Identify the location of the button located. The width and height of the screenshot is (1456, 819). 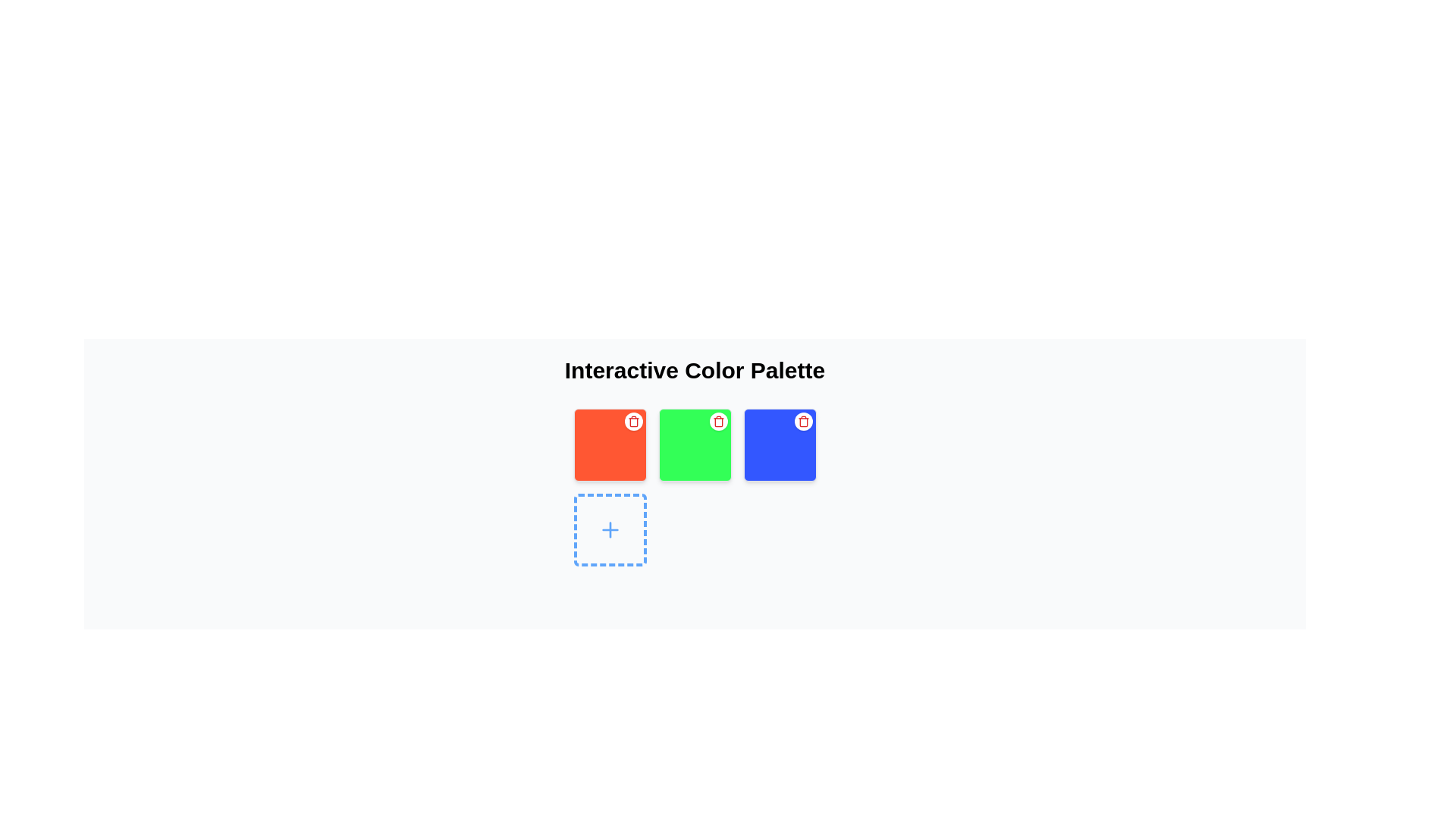
(610, 529).